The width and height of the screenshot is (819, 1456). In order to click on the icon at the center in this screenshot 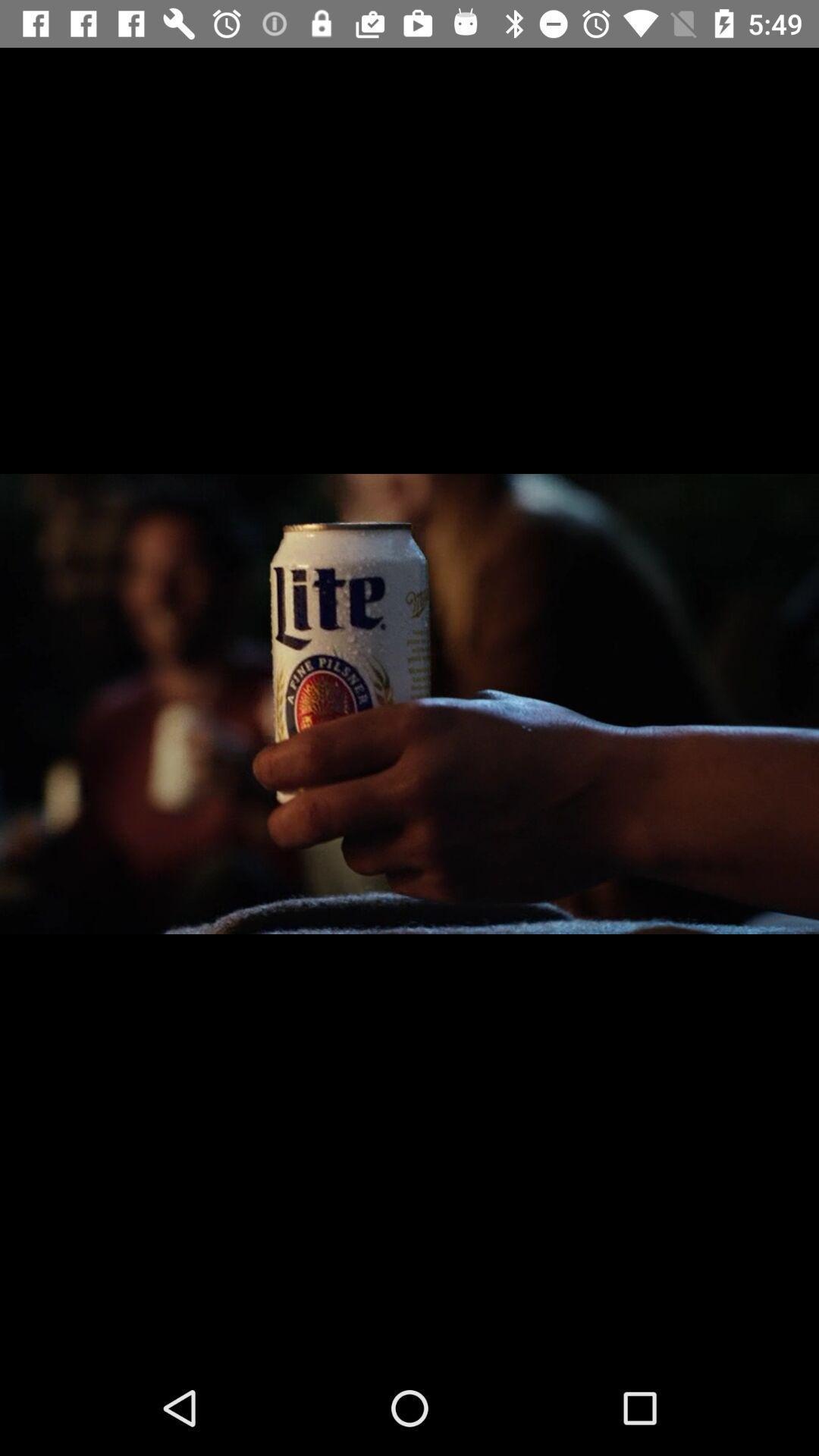, I will do `click(409, 703)`.